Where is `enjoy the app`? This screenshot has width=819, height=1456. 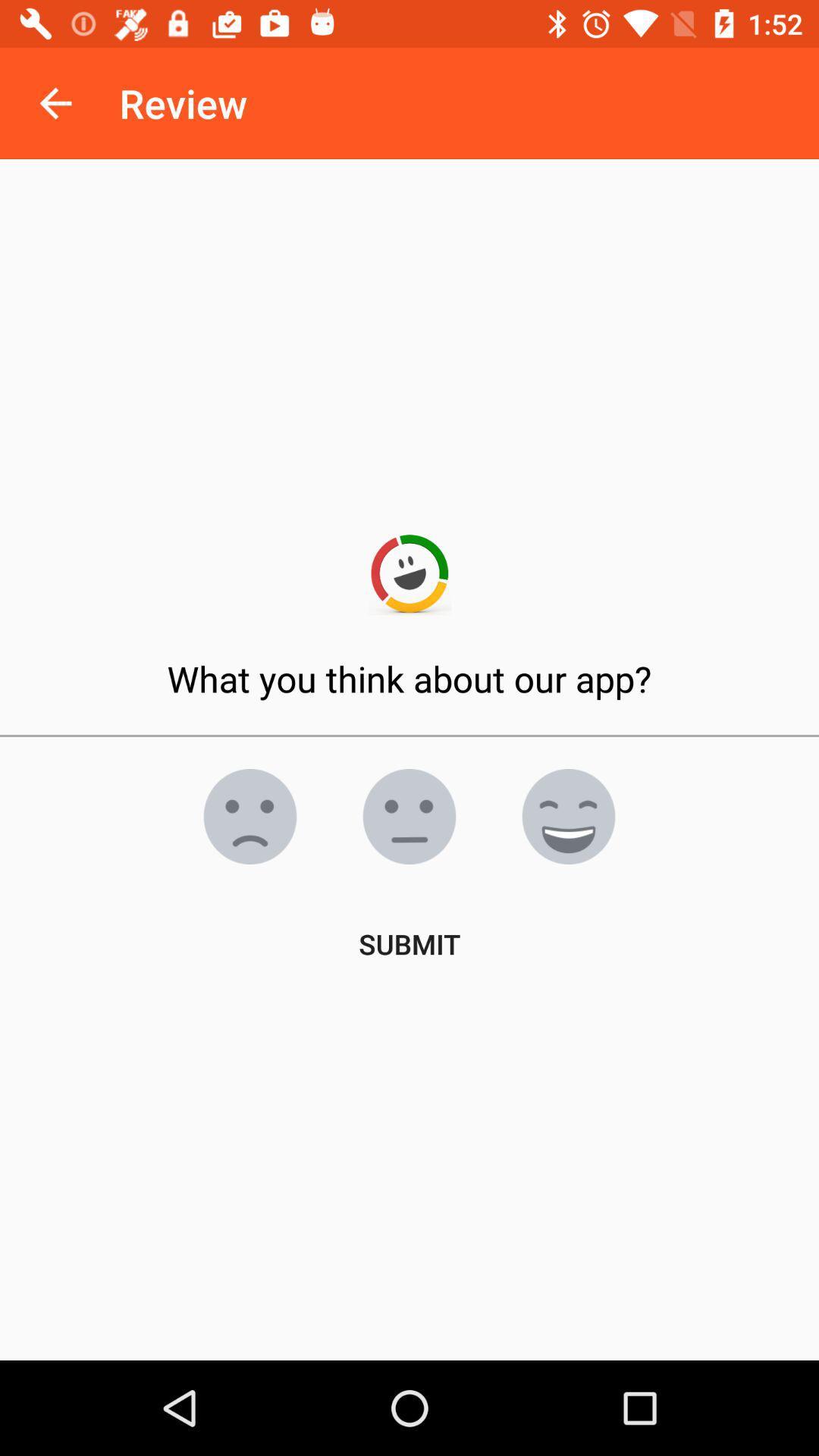 enjoy the app is located at coordinates (568, 815).